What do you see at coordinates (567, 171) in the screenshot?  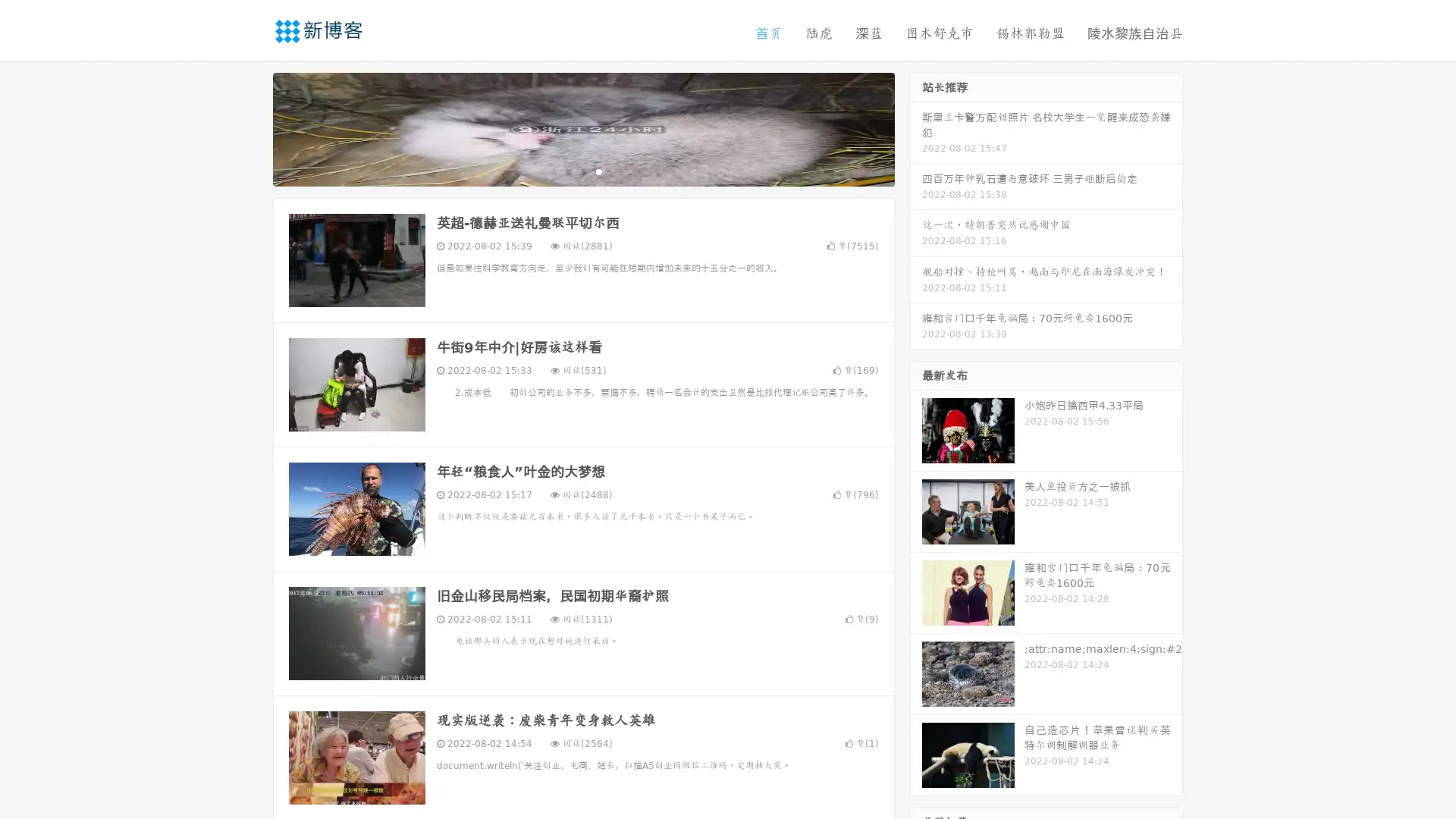 I see `Go to slide 1` at bounding box center [567, 171].